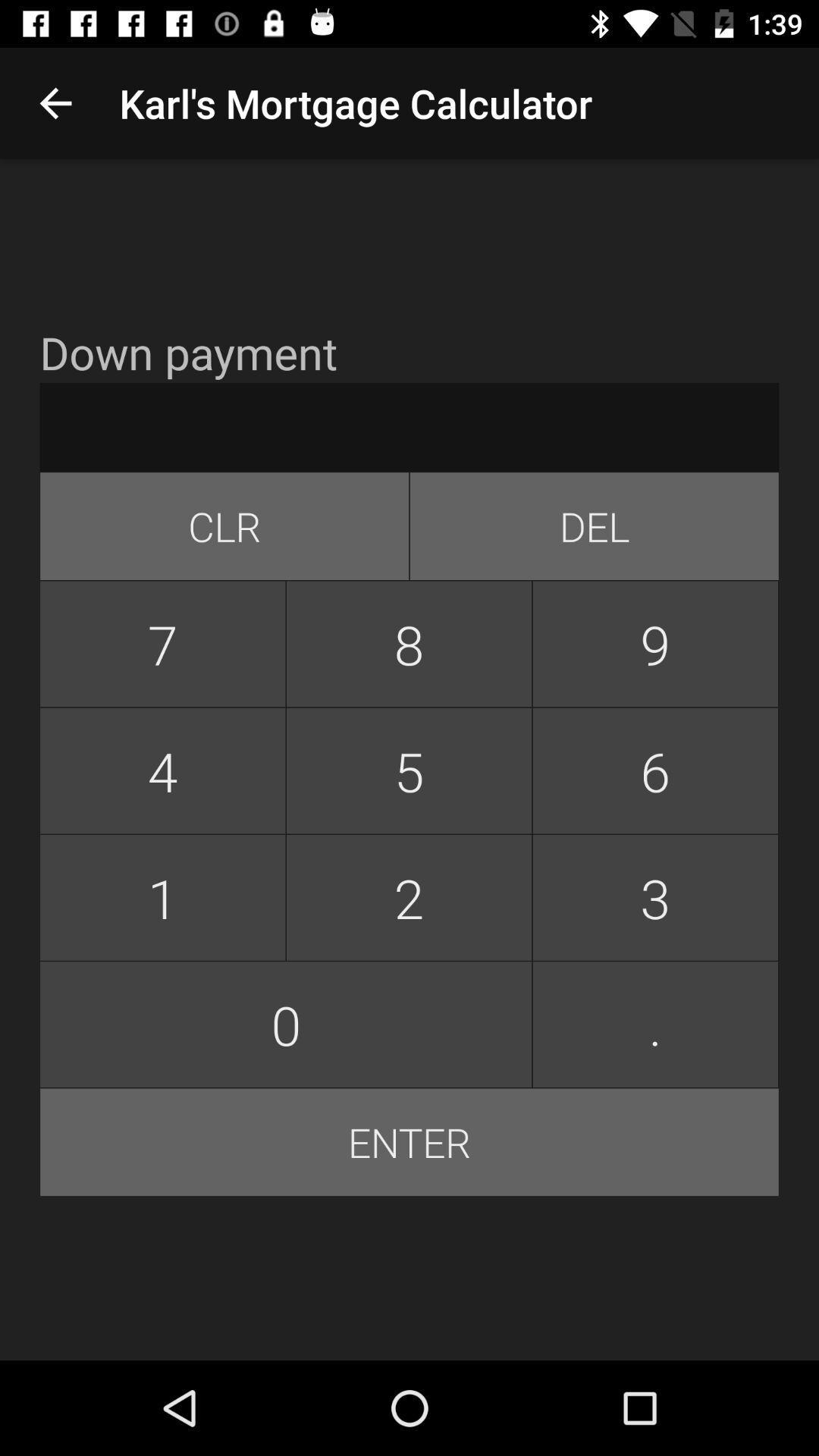  Describe the element at coordinates (162, 897) in the screenshot. I see `button below 4 button` at that location.